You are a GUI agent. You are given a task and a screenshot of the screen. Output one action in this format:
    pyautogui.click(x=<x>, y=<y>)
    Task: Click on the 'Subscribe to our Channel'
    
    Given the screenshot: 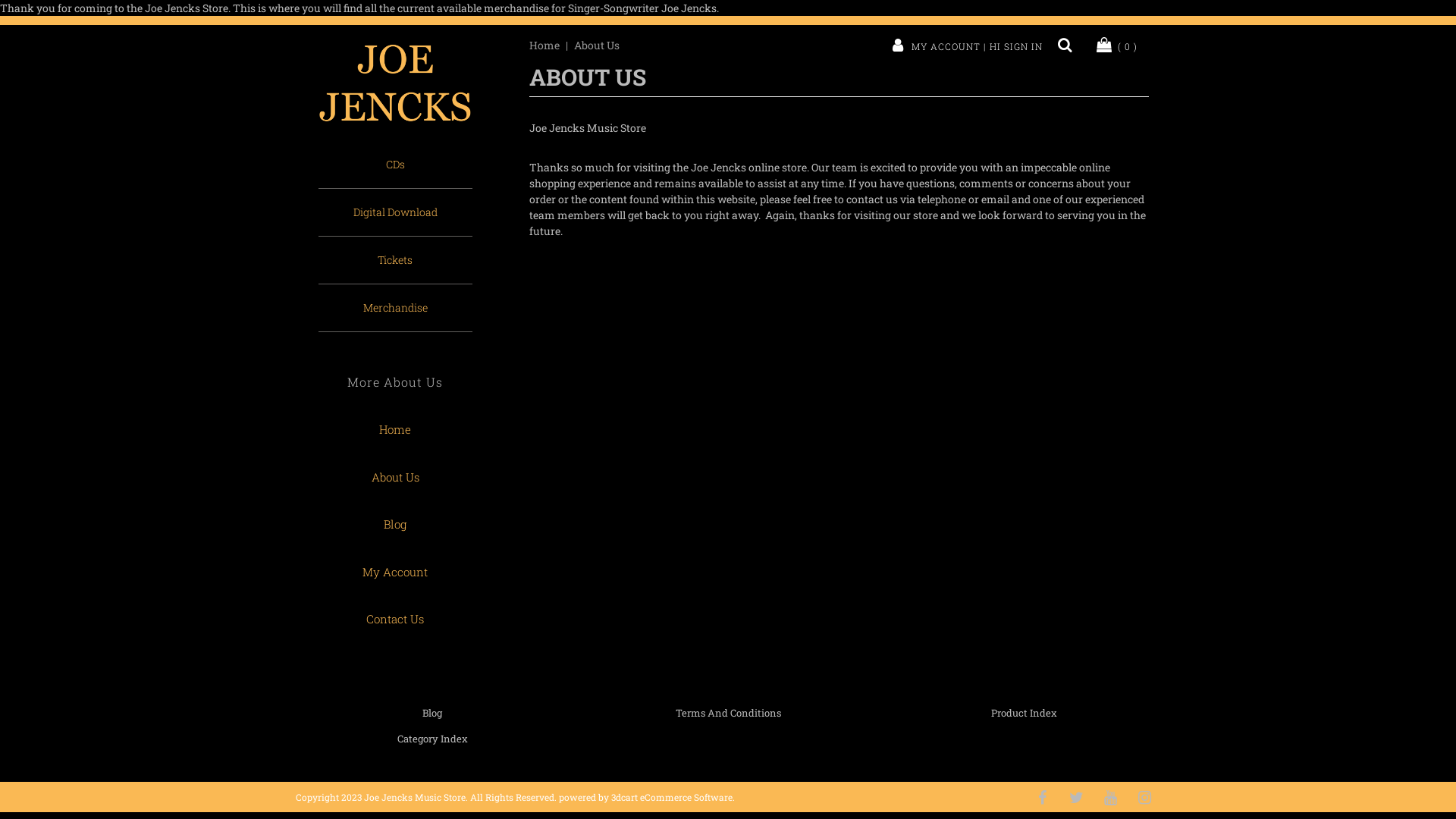 What is the action you would take?
    pyautogui.click(x=1110, y=795)
    